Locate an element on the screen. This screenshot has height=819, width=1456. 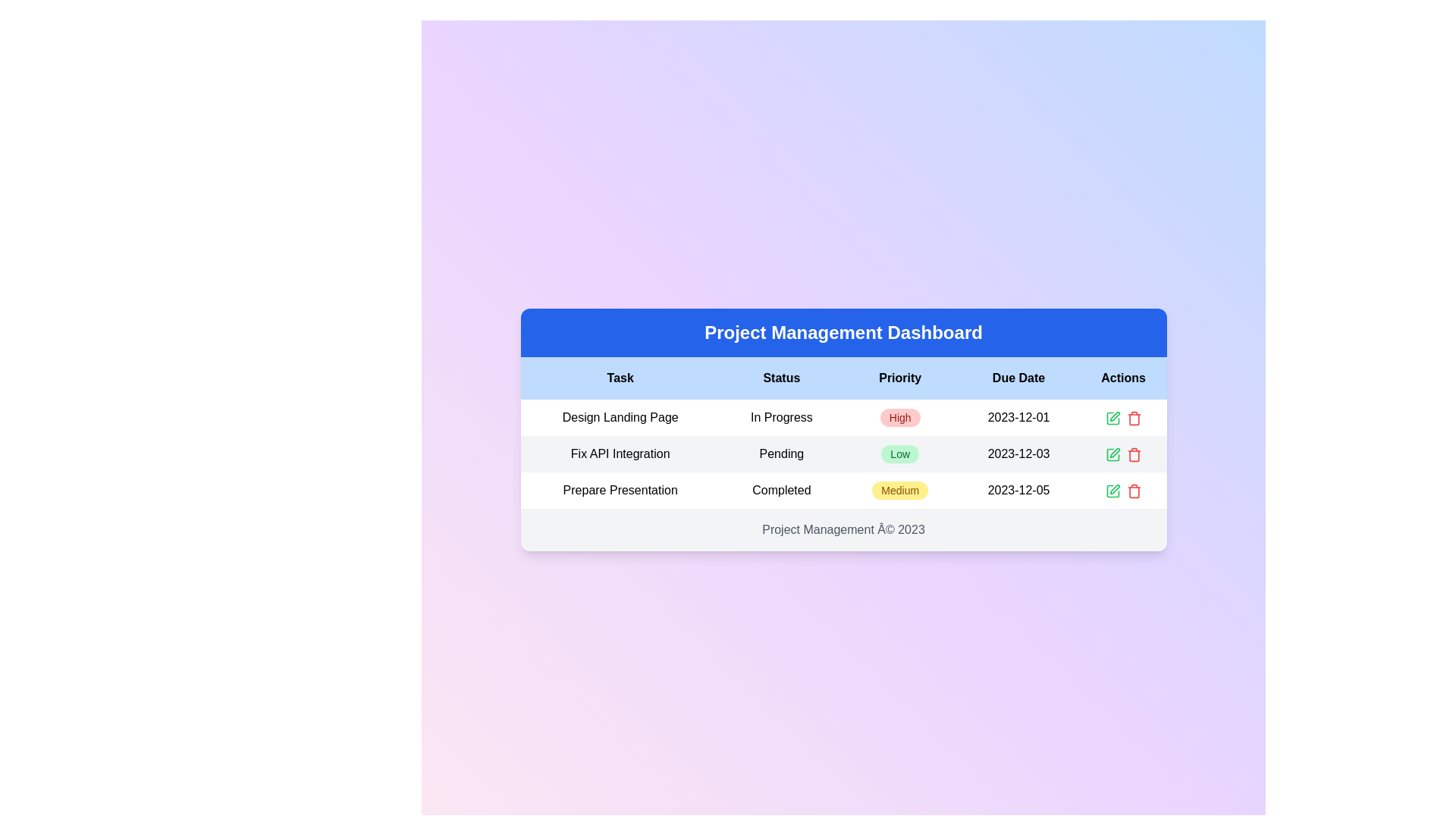
the green pen-shaped button in the 'Actions' column of the 'Fix API Integration' row is located at coordinates (1112, 453).